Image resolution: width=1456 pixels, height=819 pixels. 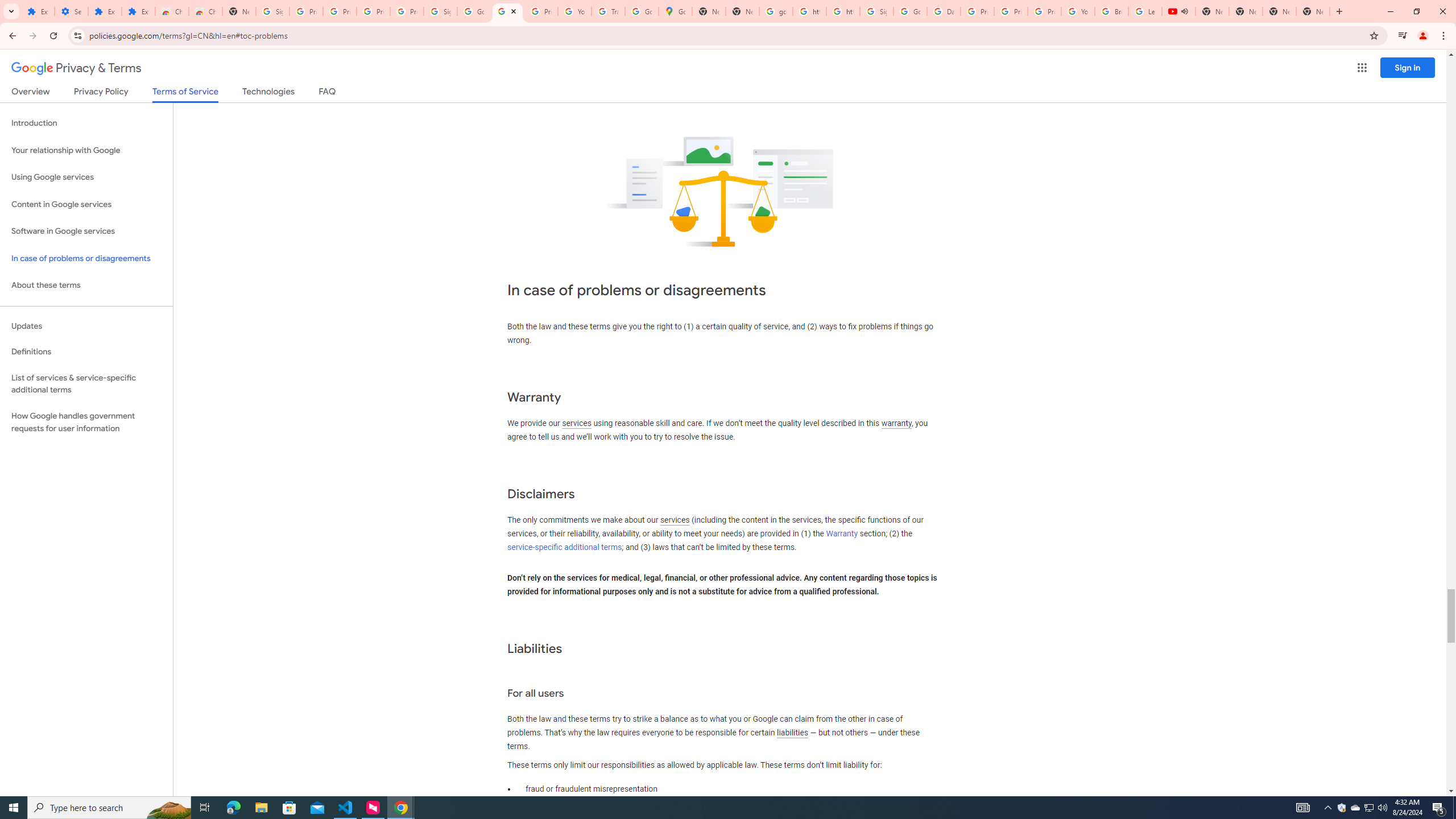 I want to click on 'Extensions', so click(x=138, y=11).